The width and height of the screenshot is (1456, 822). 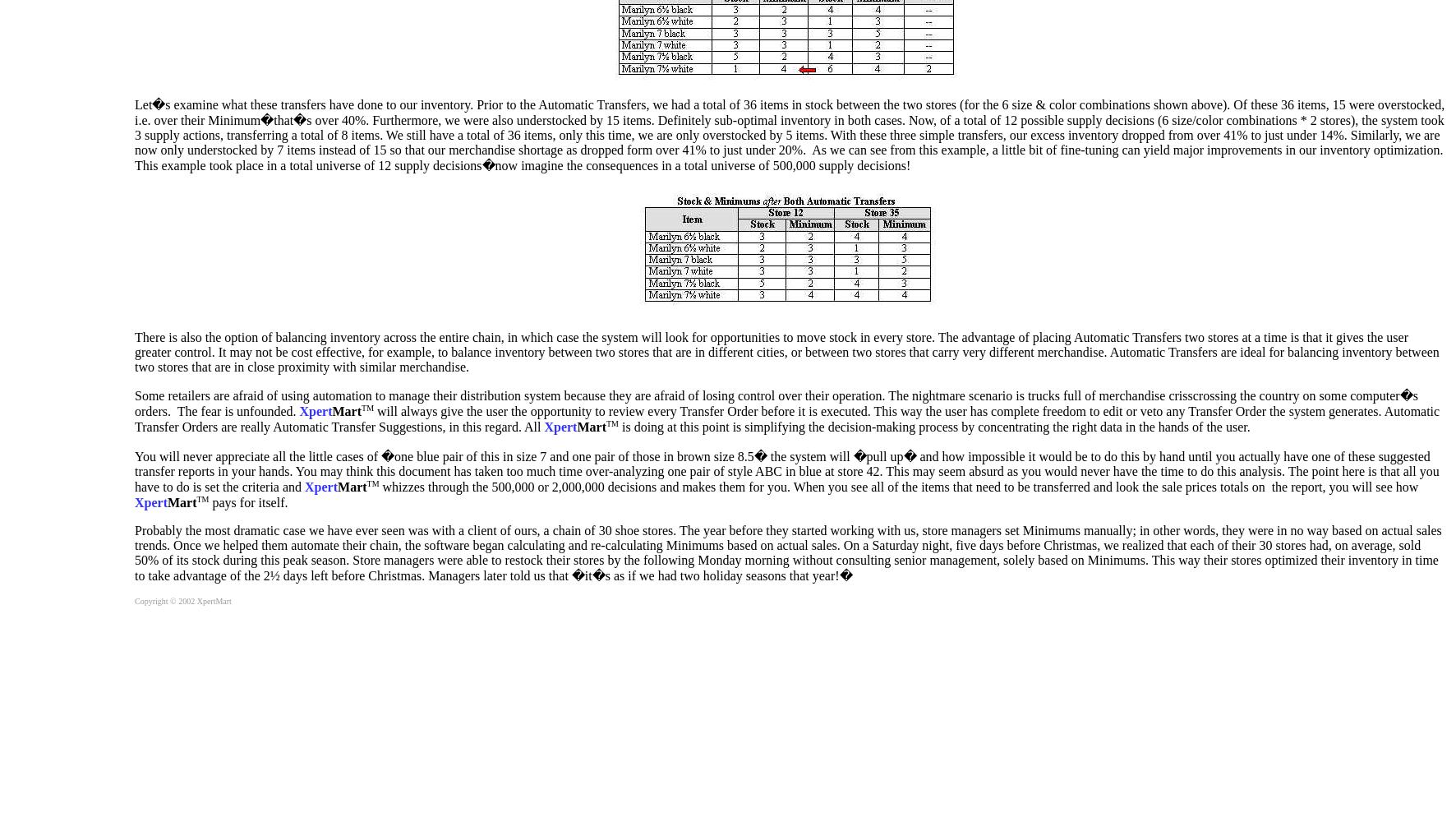 What do you see at coordinates (788, 135) in the screenshot?
I see `'Let�s examine what these transfers have done to our inventory. Prior
to the Automatic Transfers, we had a total of 36 items in stock between
the two stores (for the 6 size & color combinations shown above). Of
these 36 items, 15 were overstocked, i.e. over their Minimum�that�s over
40%. Furthermore, we were also understocked by 15 items. Definitely sub-optimal
inventory in both cases. Now, of a total of 12 possible supply decisions
(6 size/color combinations * 2 stores), the system took 3 supply actions,
transferring a total of 8 items. We still have a total of 36 items, only
this time, we are only overstocked by 5 items. With these three simple
transfers, our excess inventory dropped from over 41% to just under 14%.
Similarly, we are now only understocked by 7 items instead of 15 so that
our merchandise shortage as dropped form over 41% to just under 20%. 
As we can see from this example, a little bit of fine-tuning can yield
major improvements in our inventory optimization. This example took place
in a total universe of 12 supply decisions�now imagine the consequences
in a total universe of 500,000 supply decisions!'` at bounding box center [788, 135].